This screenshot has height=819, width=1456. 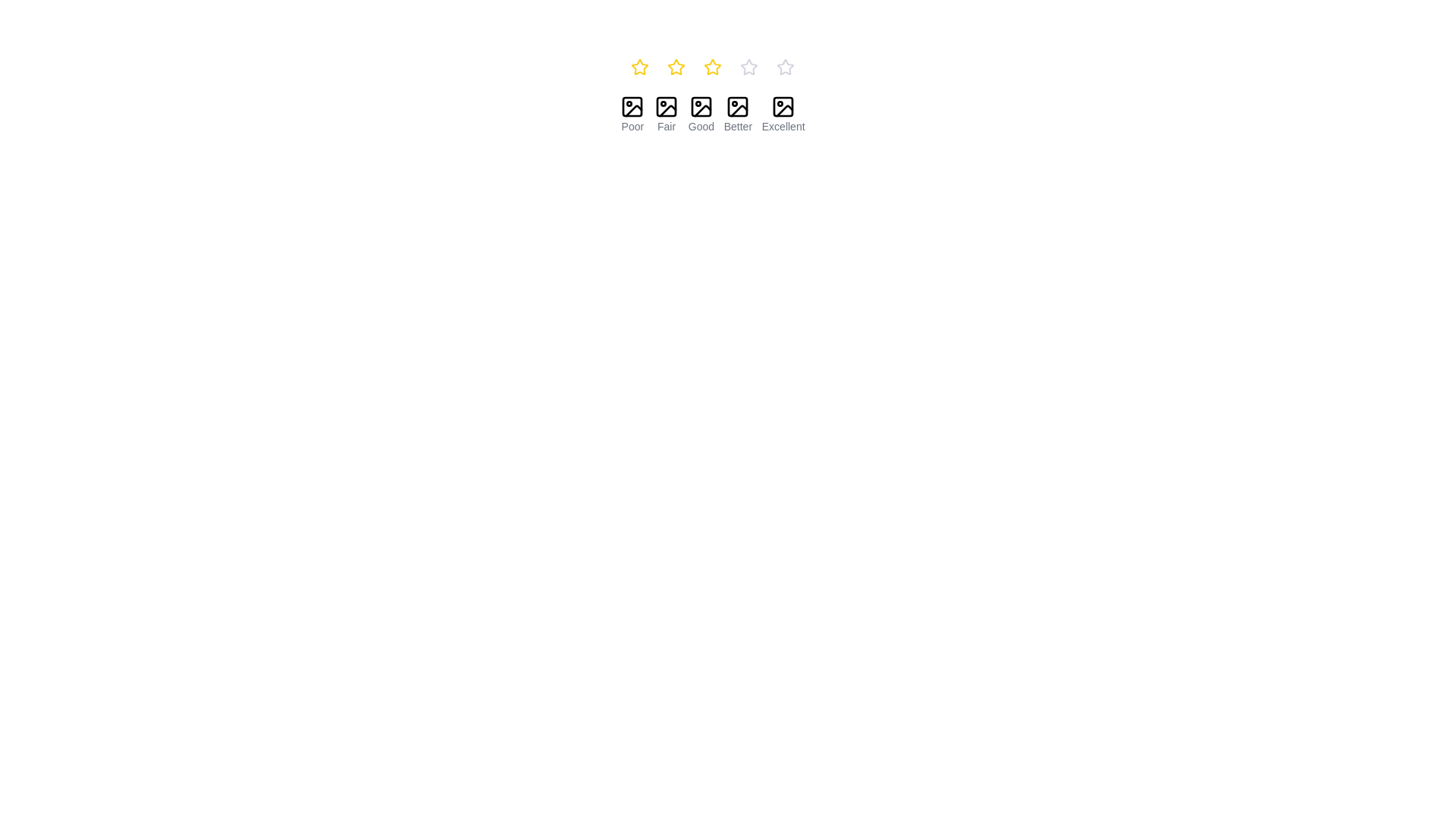 What do you see at coordinates (676, 66) in the screenshot?
I see `the second yellow-filled star icon in the rating mechanism` at bounding box center [676, 66].